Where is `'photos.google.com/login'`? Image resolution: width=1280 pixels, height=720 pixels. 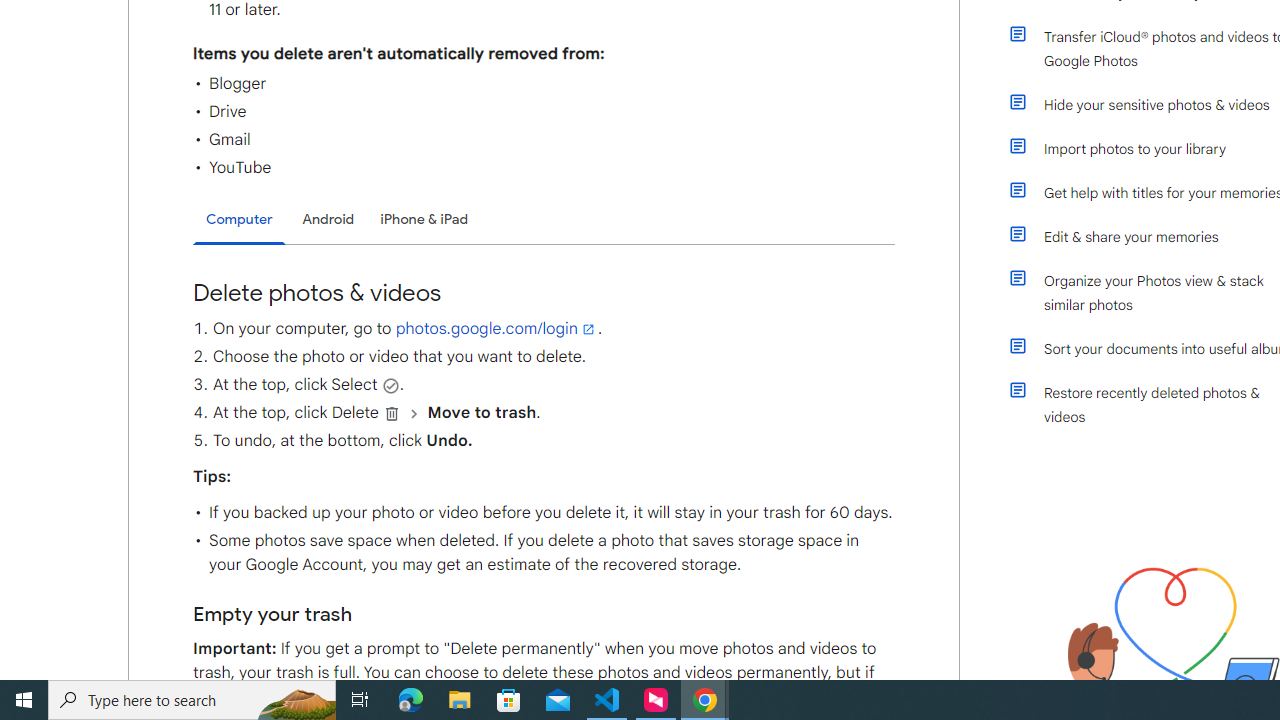 'photos.google.com/login' is located at coordinates (496, 328).